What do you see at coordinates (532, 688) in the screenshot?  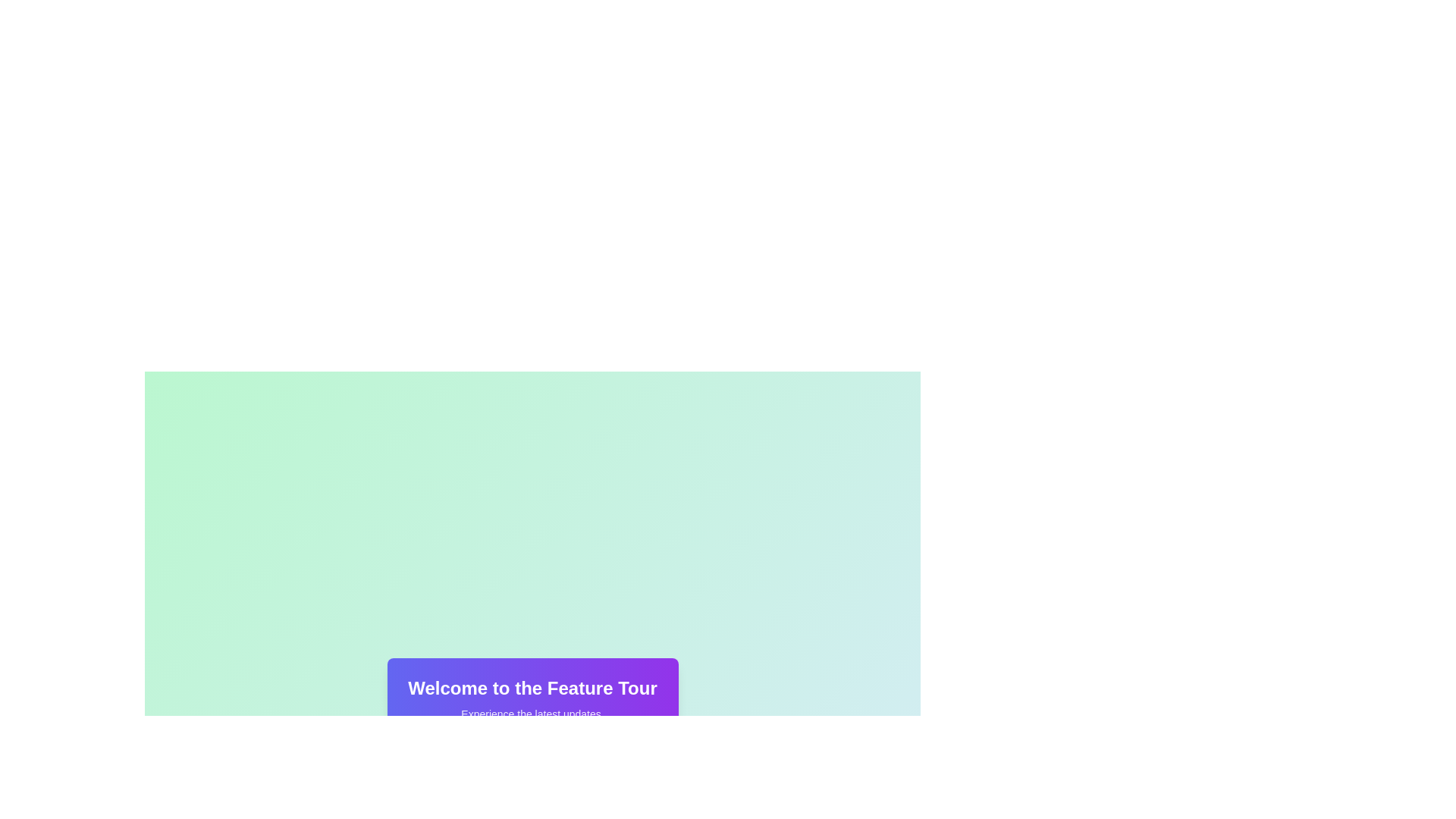 I see `the first static text label, which is displayed in bold and large white font on a dual-tone purple gradient background, positioned above another text element that reads 'Experience the latest updates.'` at bounding box center [532, 688].